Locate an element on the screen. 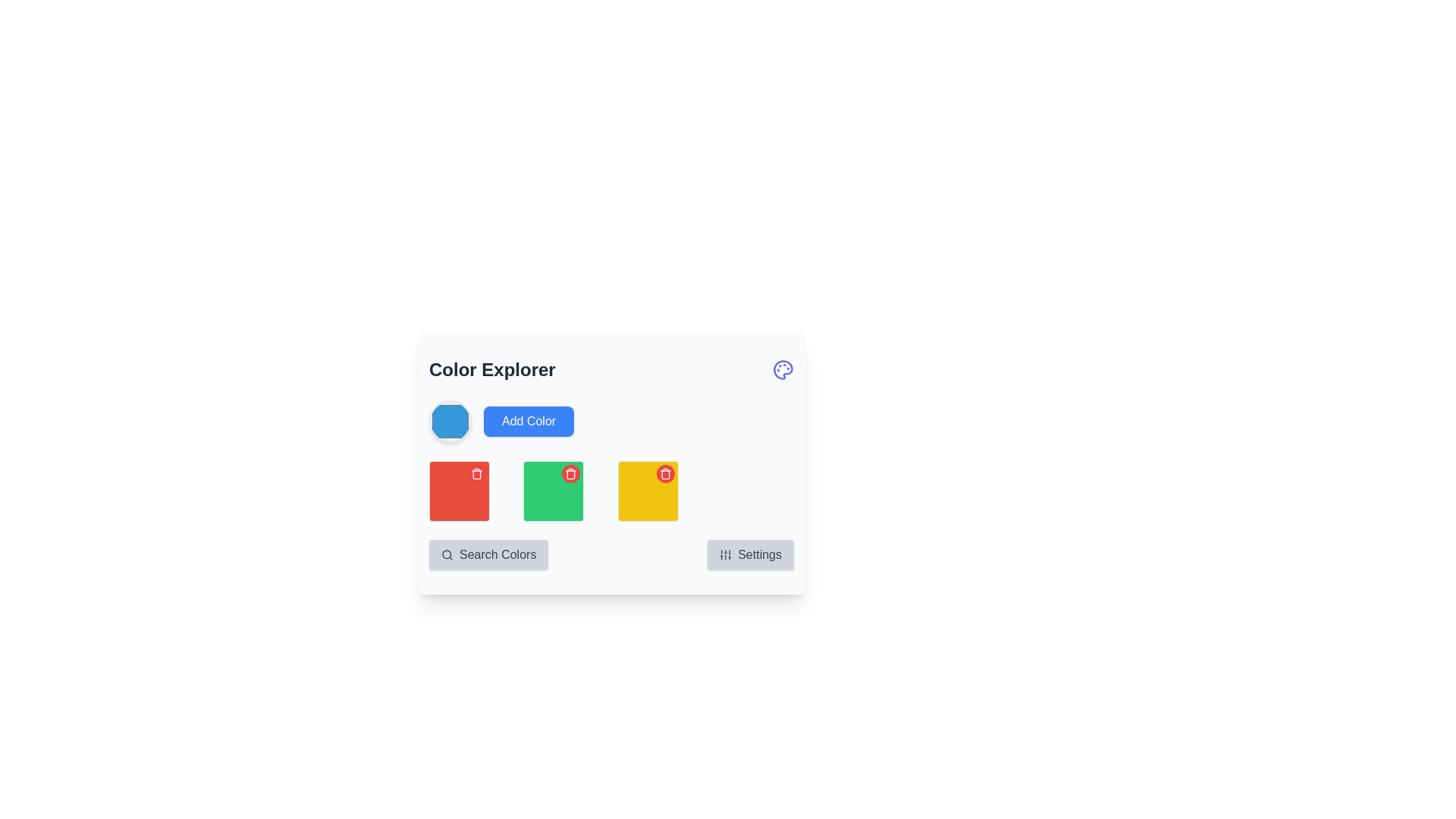 The height and width of the screenshot is (819, 1456). the icon button located at the top-right corner of the first red card is located at coordinates (475, 472).